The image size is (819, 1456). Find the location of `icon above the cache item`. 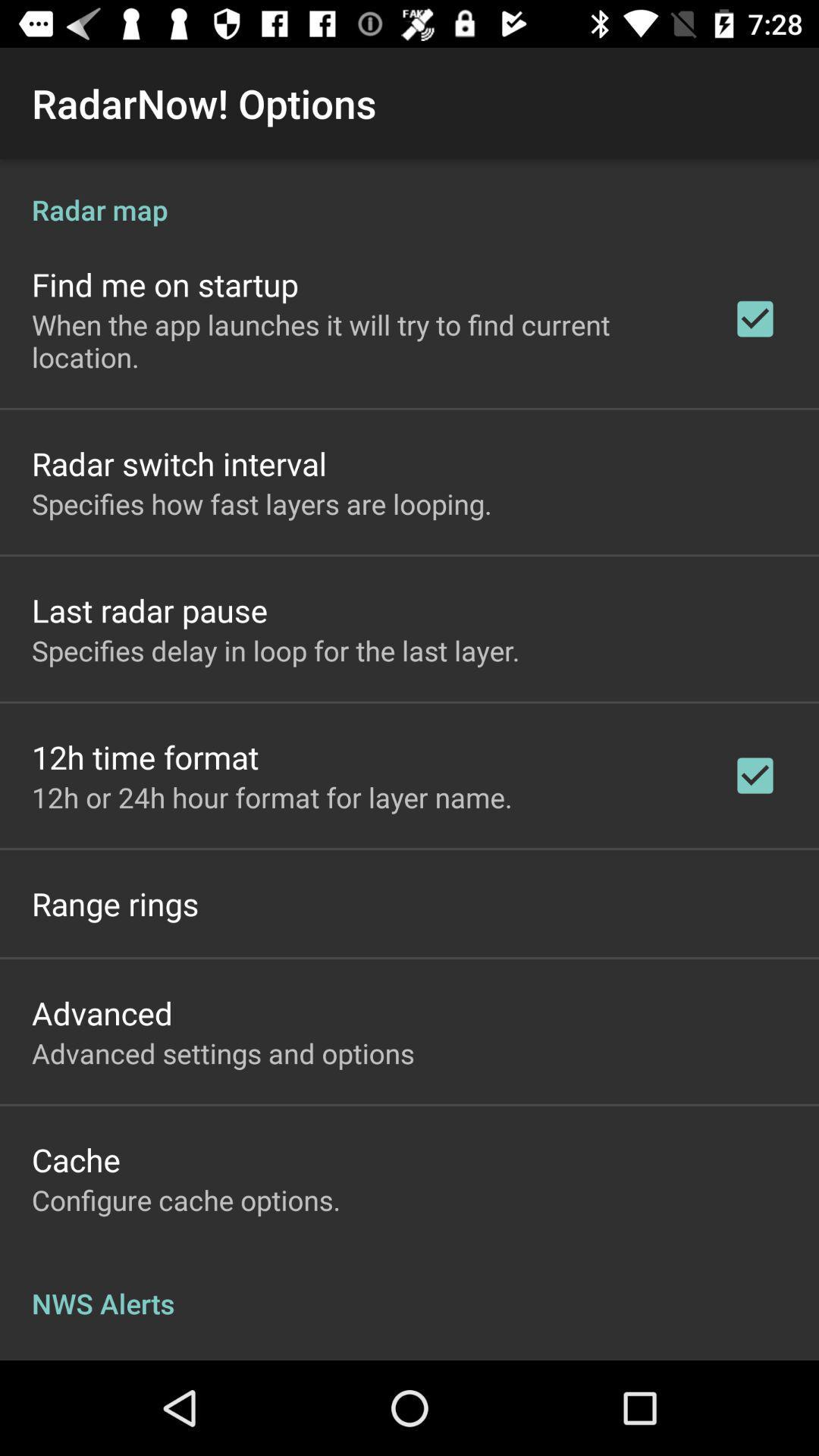

icon above the cache item is located at coordinates (223, 1052).